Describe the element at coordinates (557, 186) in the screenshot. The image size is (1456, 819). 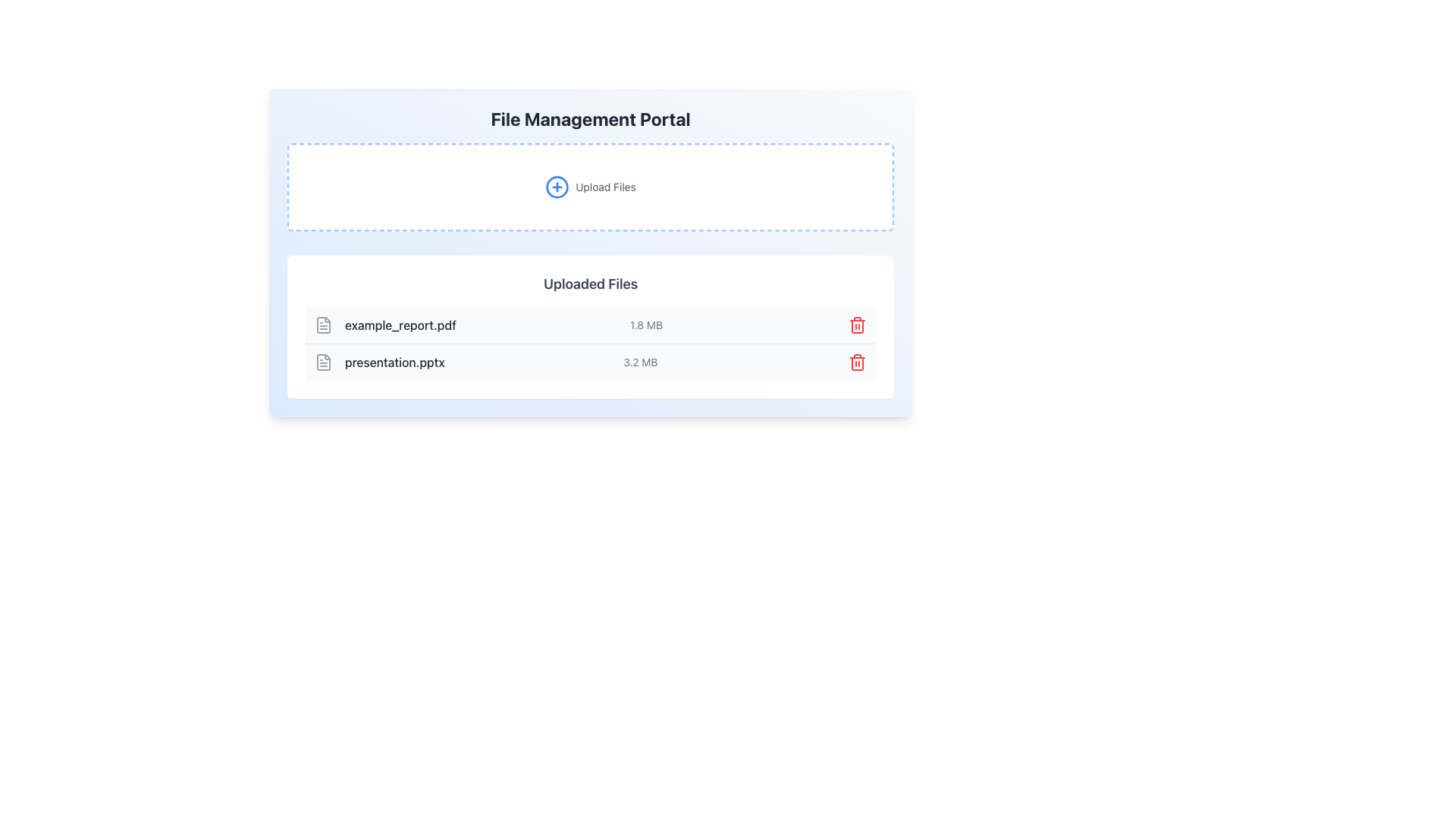
I see `the central Circle graphic within the 'Upload Files' icon, which is part of the decorative elements in the interface` at that location.